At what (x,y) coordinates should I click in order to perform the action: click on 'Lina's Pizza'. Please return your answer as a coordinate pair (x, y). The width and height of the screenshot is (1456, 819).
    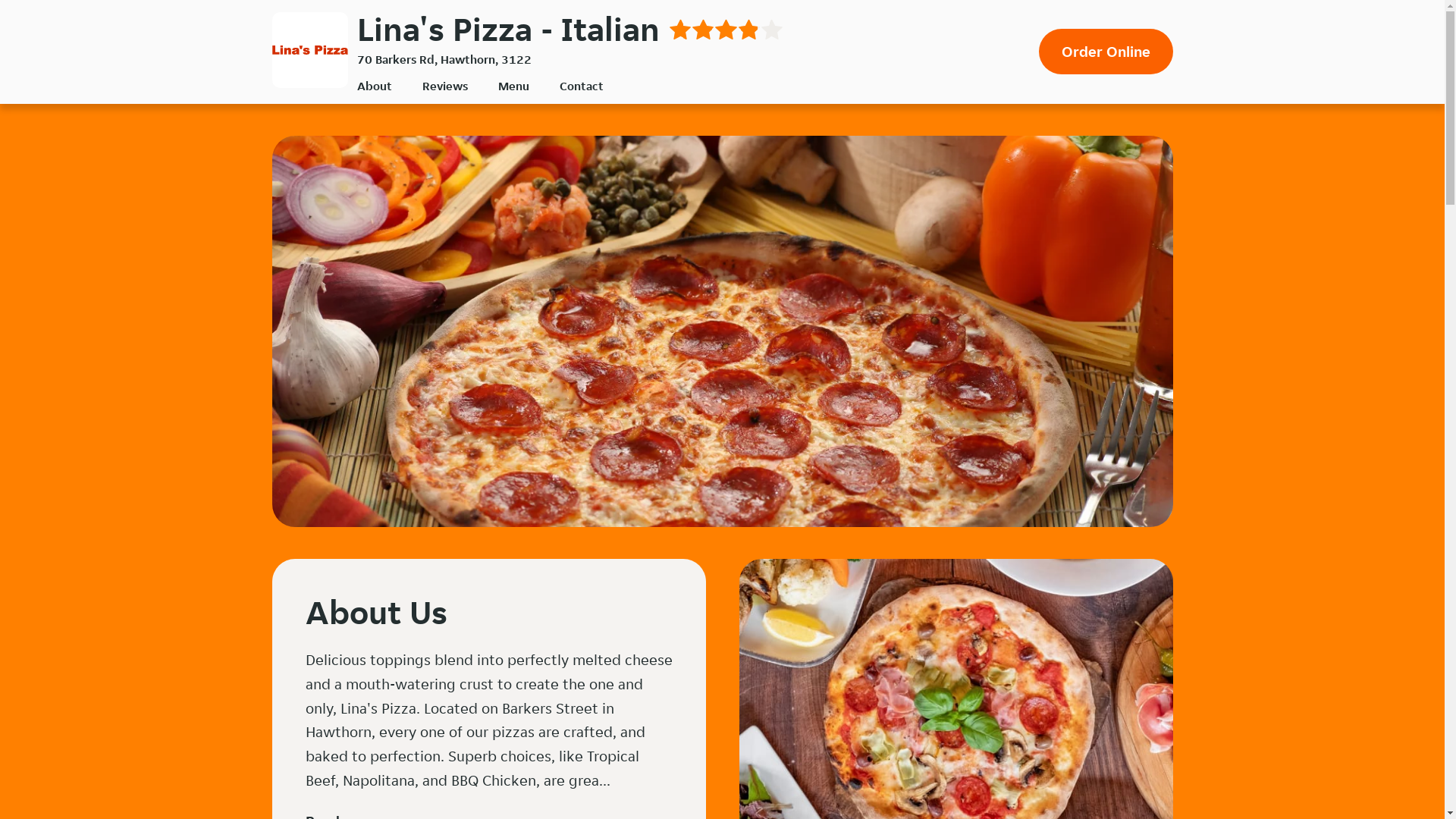
    Looking at the image, I should click on (309, 49).